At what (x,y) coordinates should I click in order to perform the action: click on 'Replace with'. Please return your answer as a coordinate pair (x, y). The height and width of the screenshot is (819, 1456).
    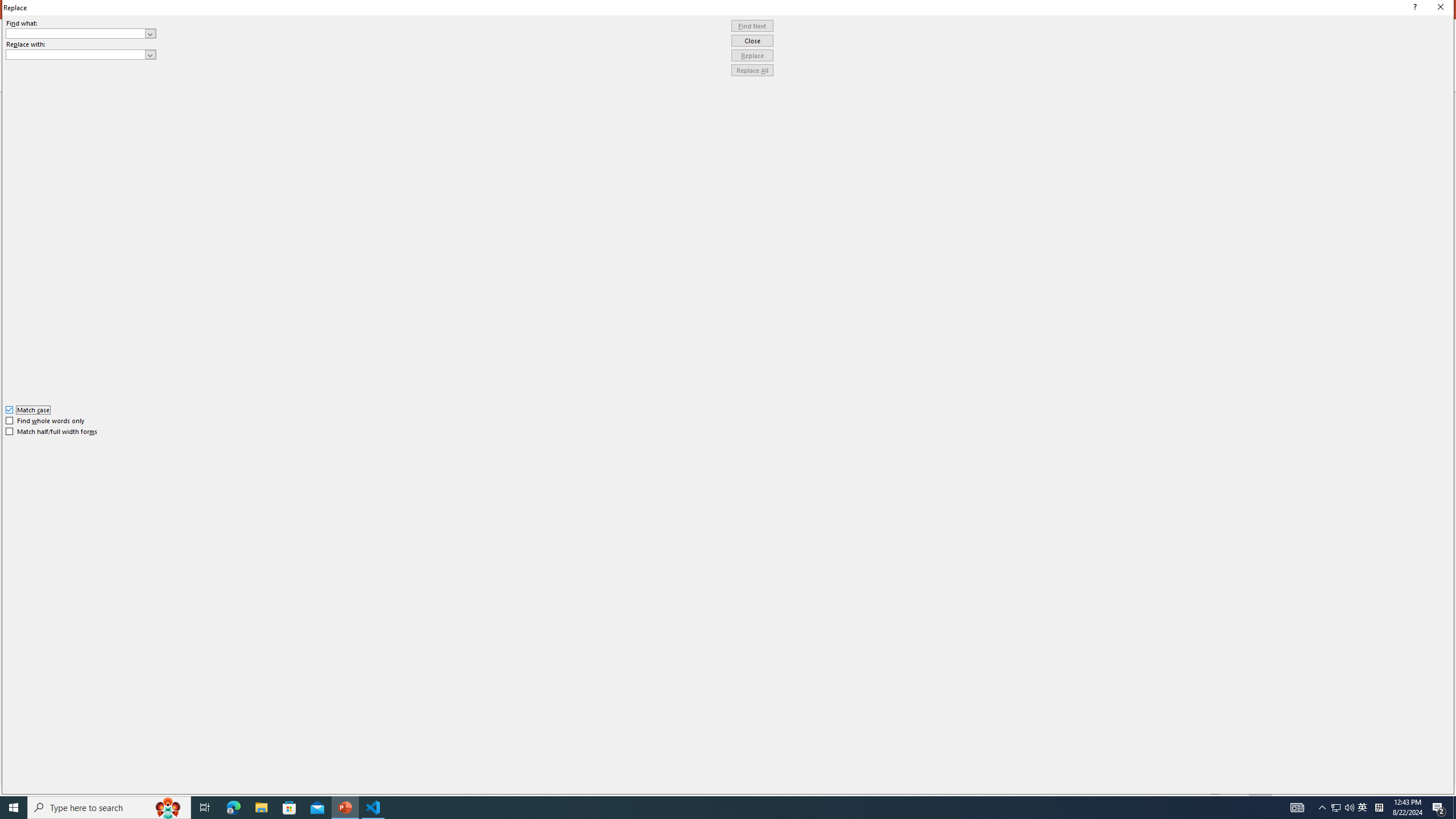
    Looking at the image, I should click on (76, 54).